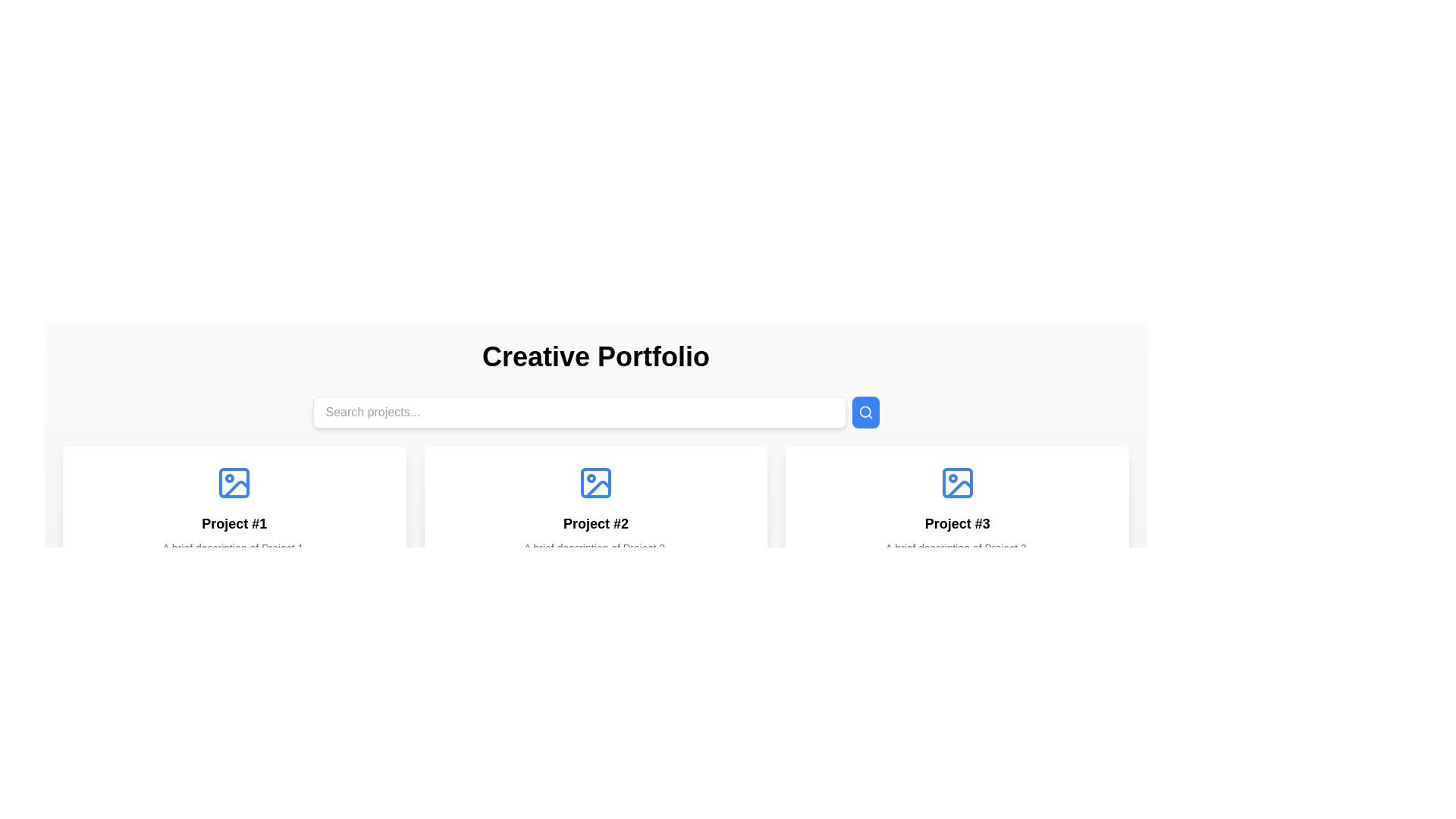 The image size is (1456, 819). Describe the element at coordinates (865, 412) in the screenshot. I see `the magnifying glass icon in the blue circular button next to the search bar` at that location.